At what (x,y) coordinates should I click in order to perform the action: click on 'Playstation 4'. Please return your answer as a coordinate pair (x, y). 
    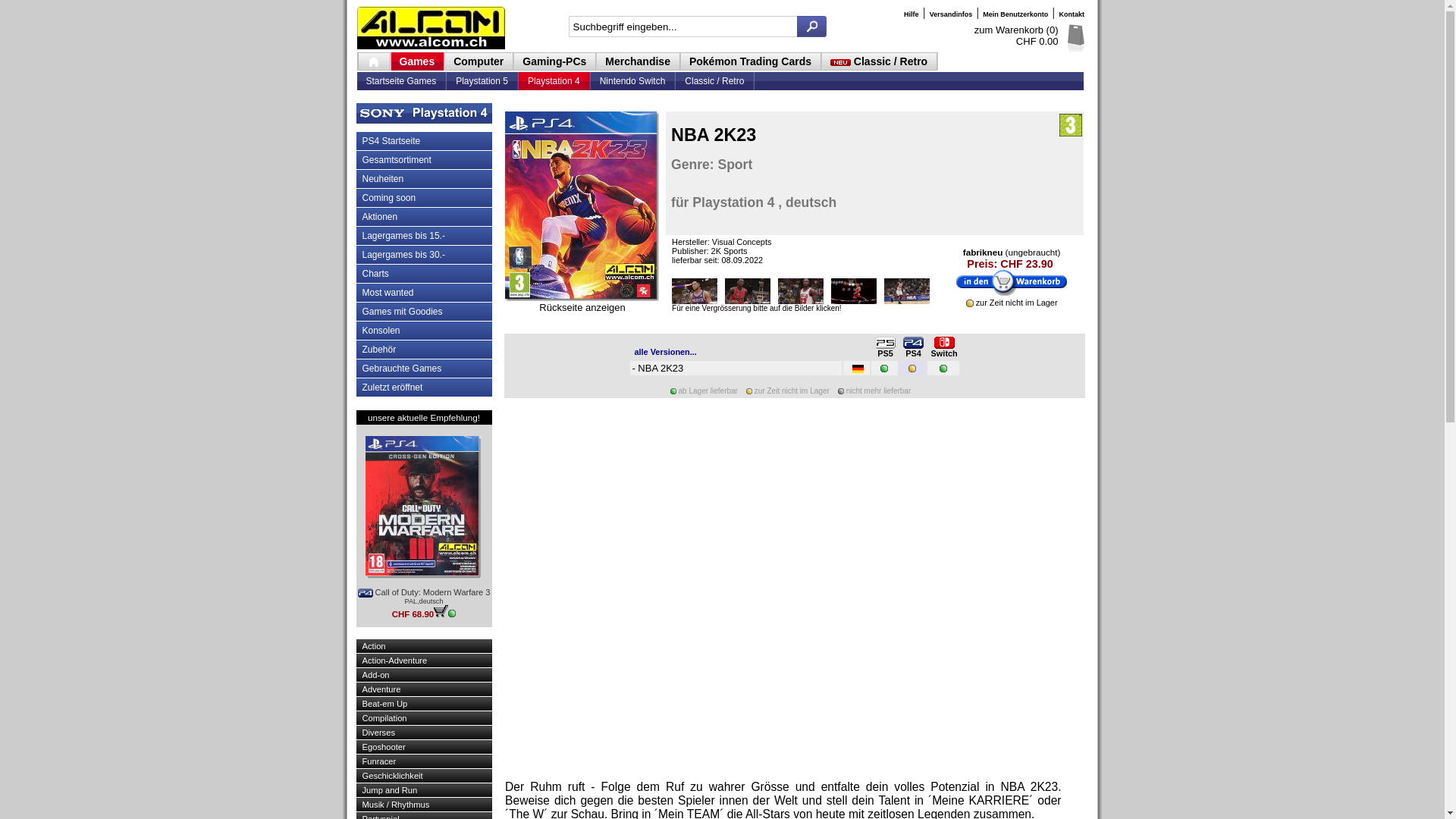
    Looking at the image, I should click on (553, 81).